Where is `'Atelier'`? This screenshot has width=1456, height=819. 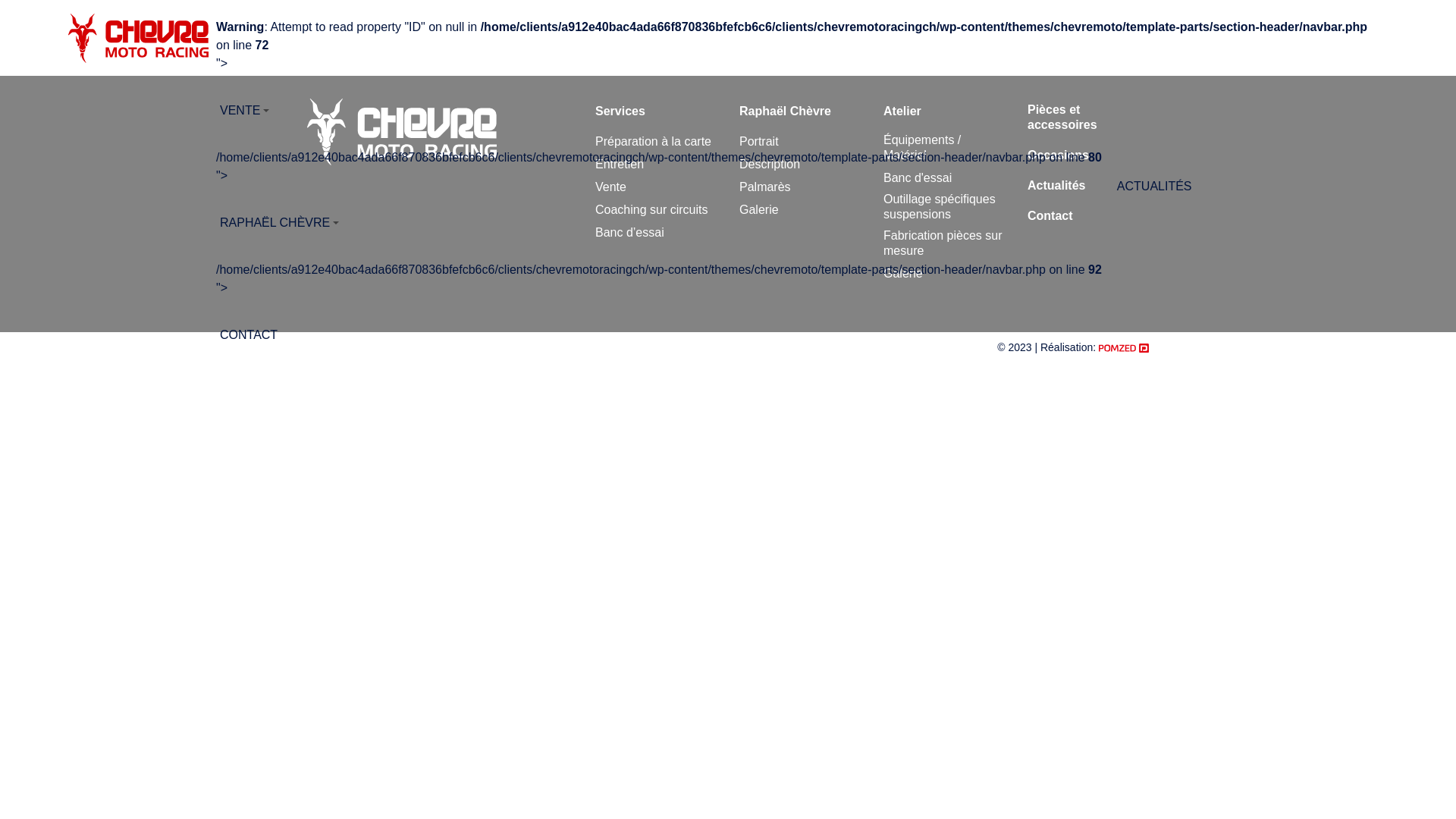
'Atelier' is located at coordinates (902, 110).